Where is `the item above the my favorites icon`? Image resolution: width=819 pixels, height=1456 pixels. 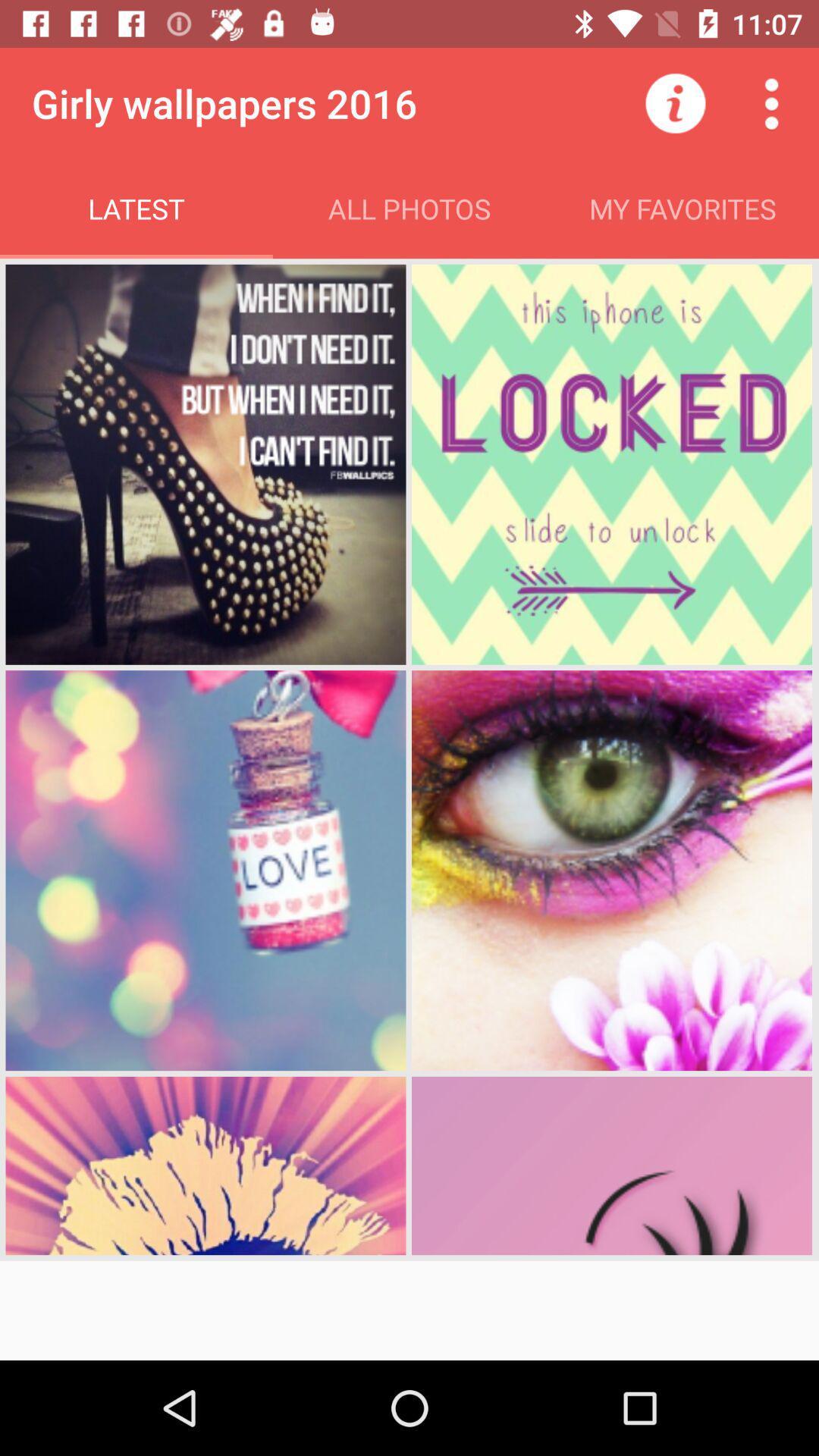 the item above the my favorites icon is located at coordinates (771, 102).